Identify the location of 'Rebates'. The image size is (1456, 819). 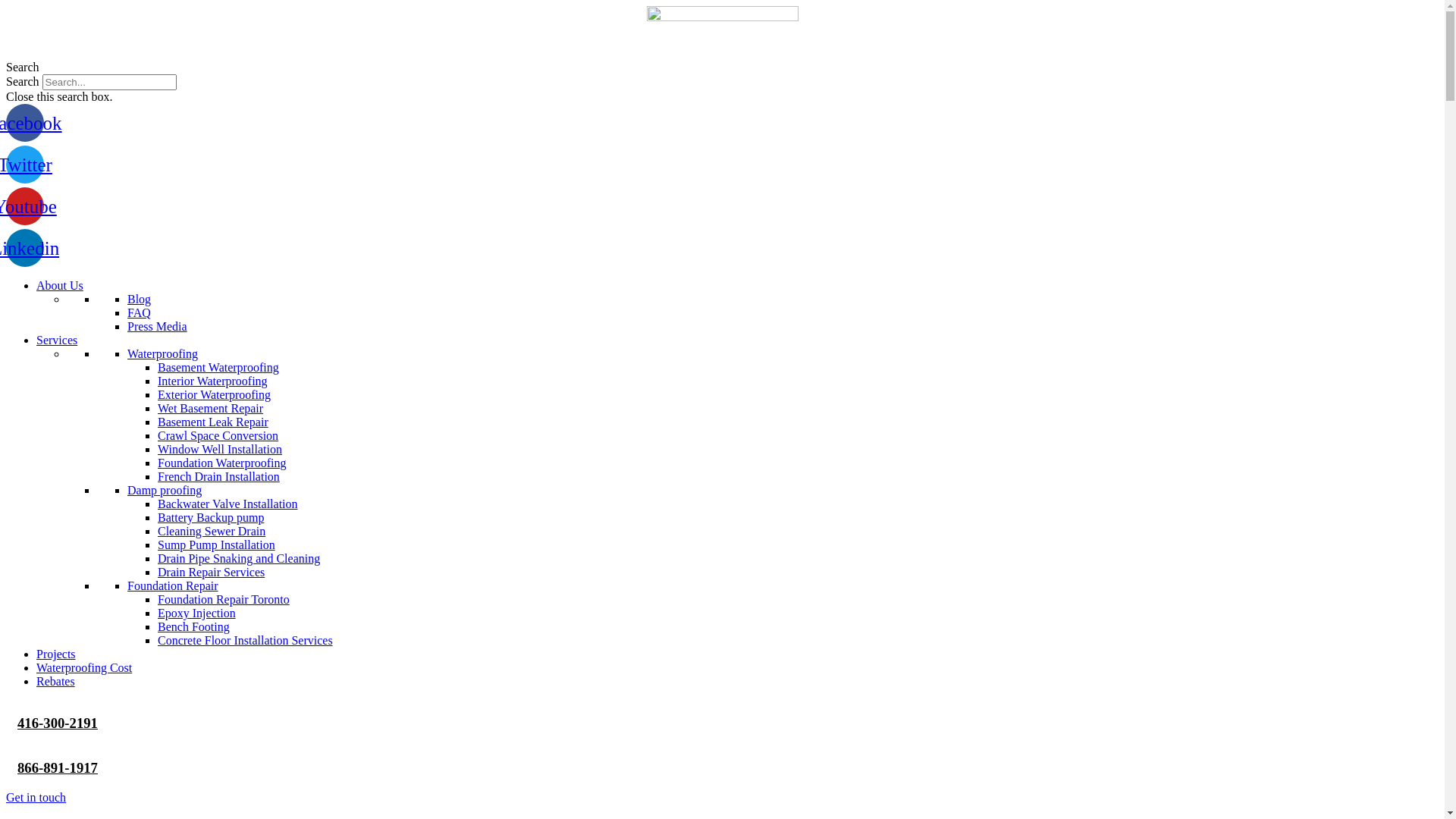
(55, 680).